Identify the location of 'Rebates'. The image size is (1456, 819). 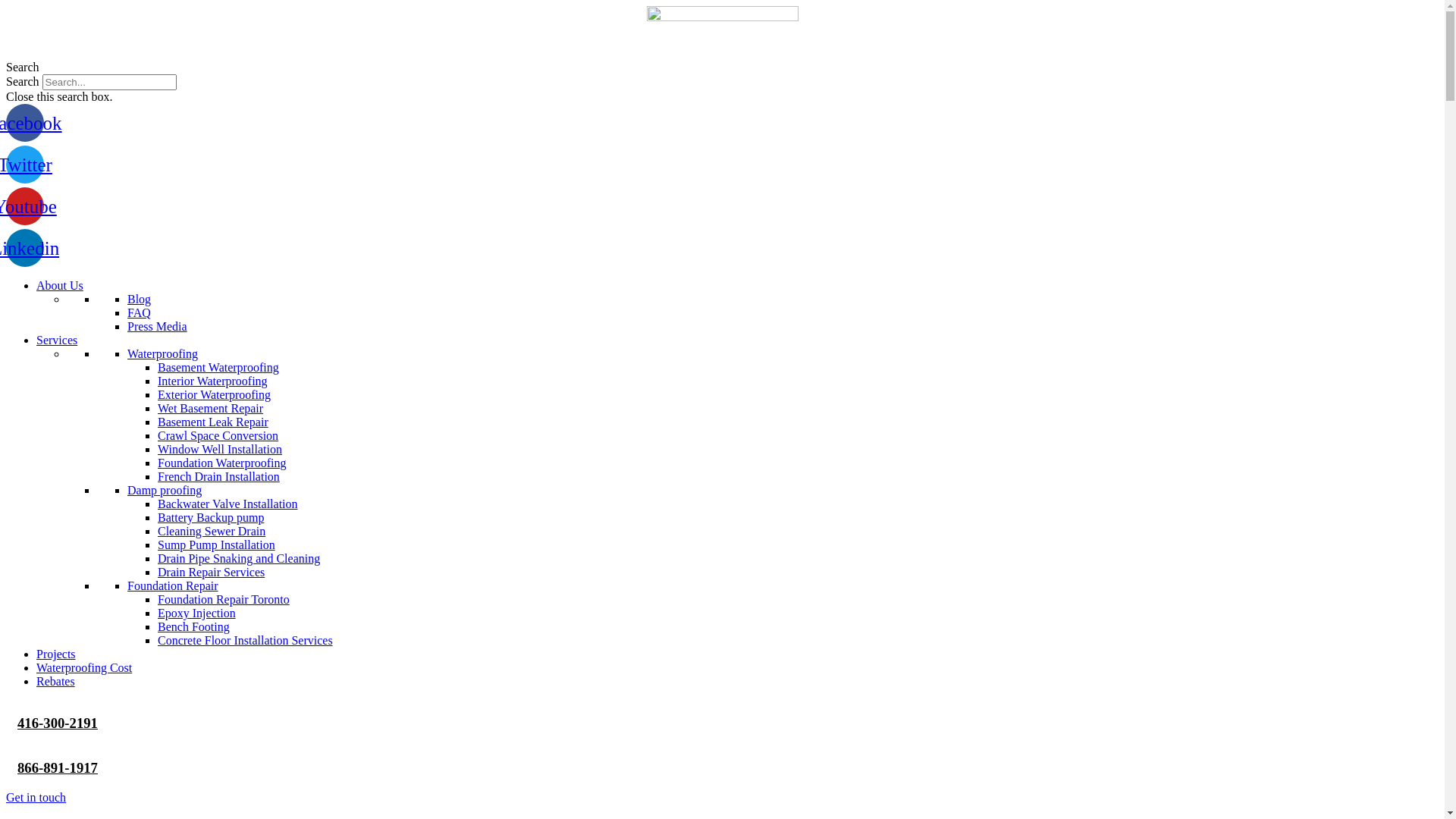
(55, 680).